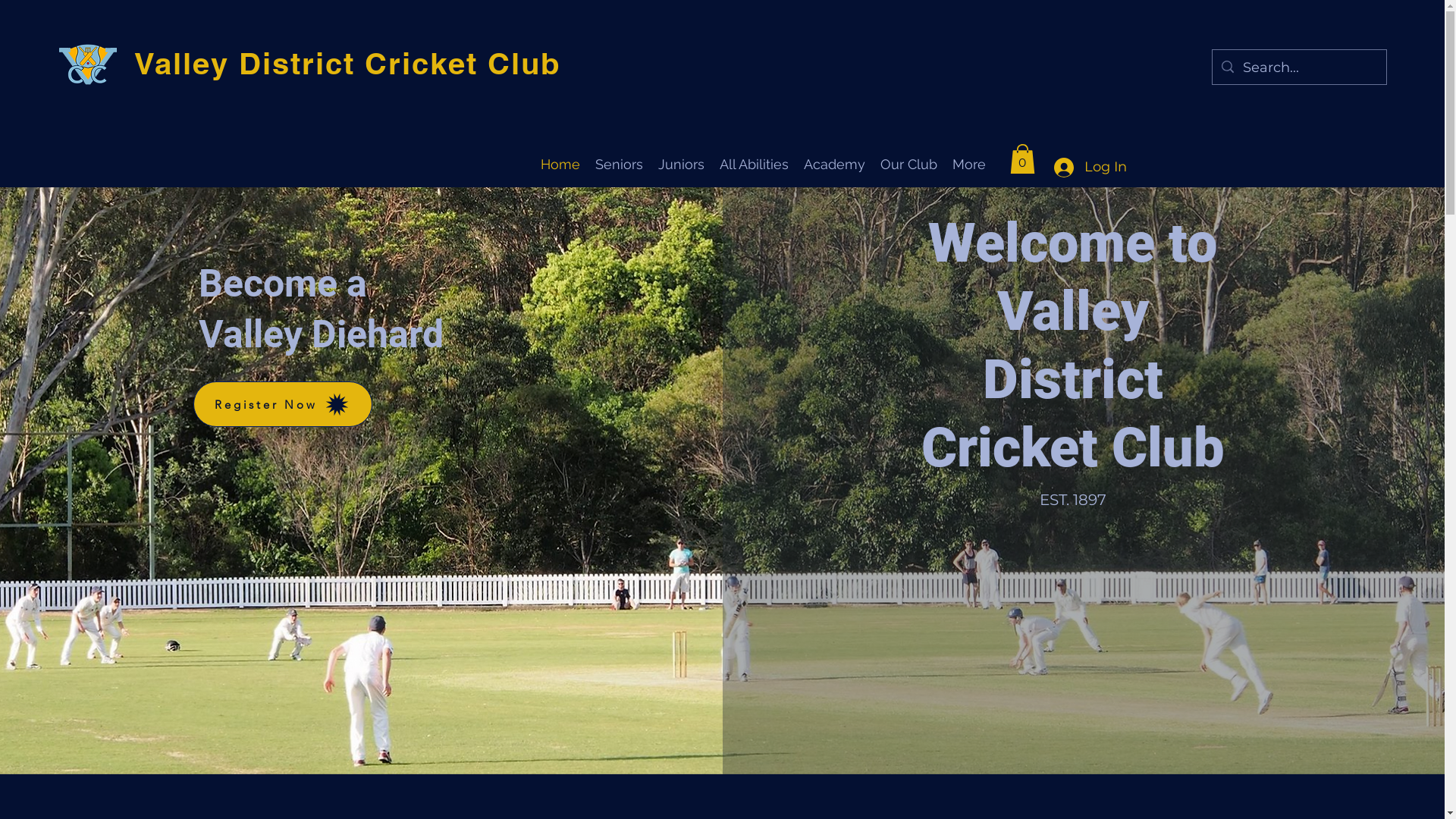 The height and width of the screenshot is (819, 1456). Describe the element at coordinates (908, 163) in the screenshot. I see `'Our Club'` at that location.